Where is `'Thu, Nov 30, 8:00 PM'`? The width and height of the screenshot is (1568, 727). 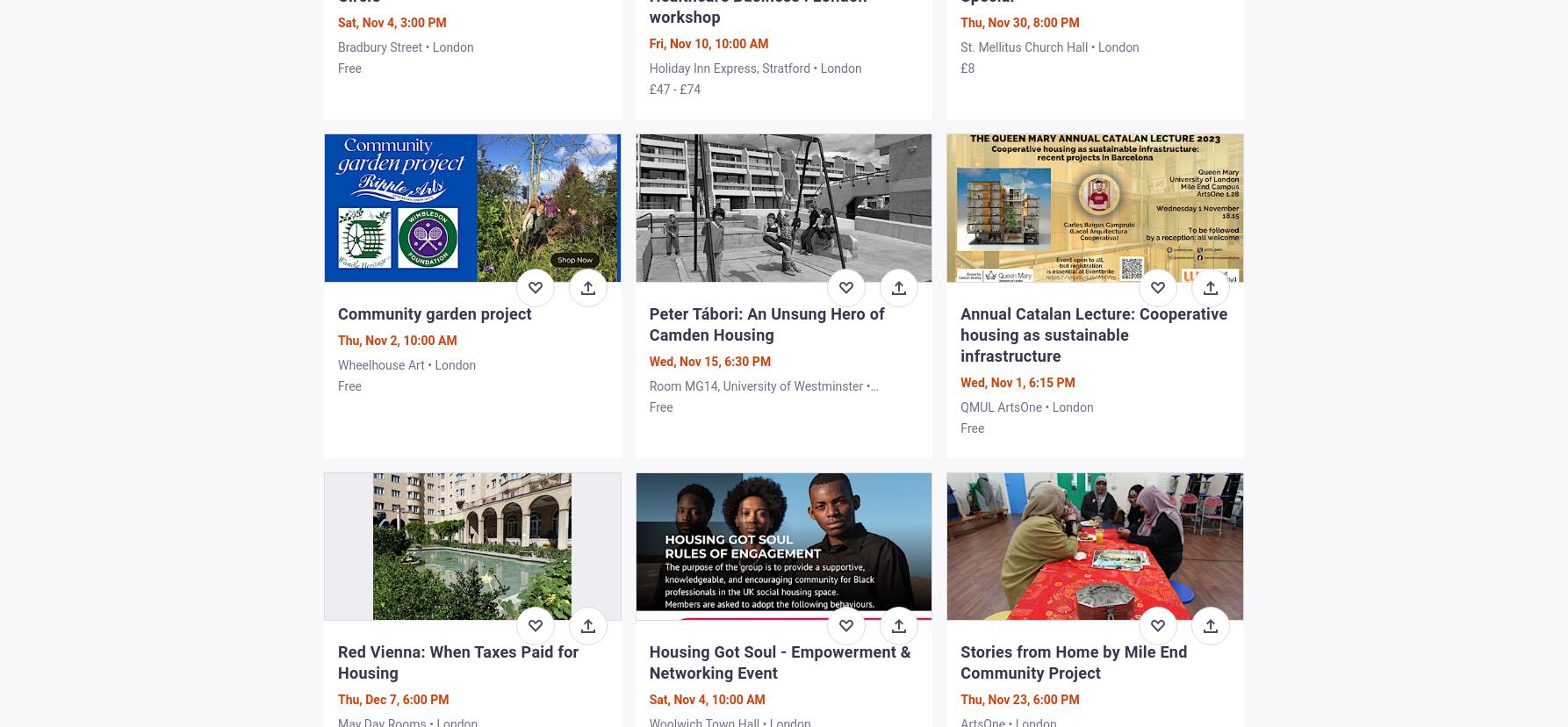 'Thu, Nov 30, 8:00 PM' is located at coordinates (1018, 22).